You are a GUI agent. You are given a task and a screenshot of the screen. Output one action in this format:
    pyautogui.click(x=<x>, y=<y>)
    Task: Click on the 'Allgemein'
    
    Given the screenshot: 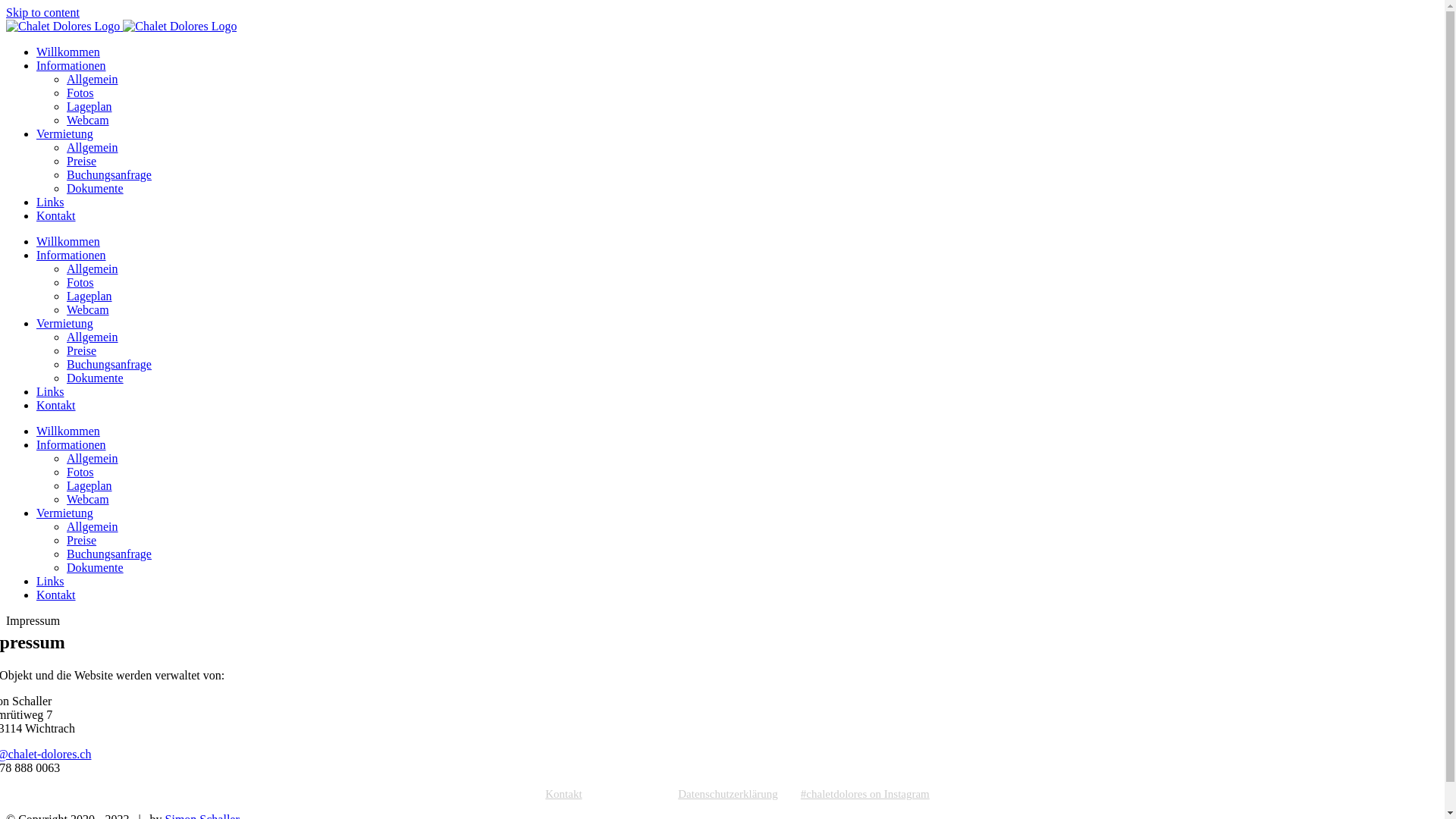 What is the action you would take?
    pyautogui.click(x=91, y=526)
    